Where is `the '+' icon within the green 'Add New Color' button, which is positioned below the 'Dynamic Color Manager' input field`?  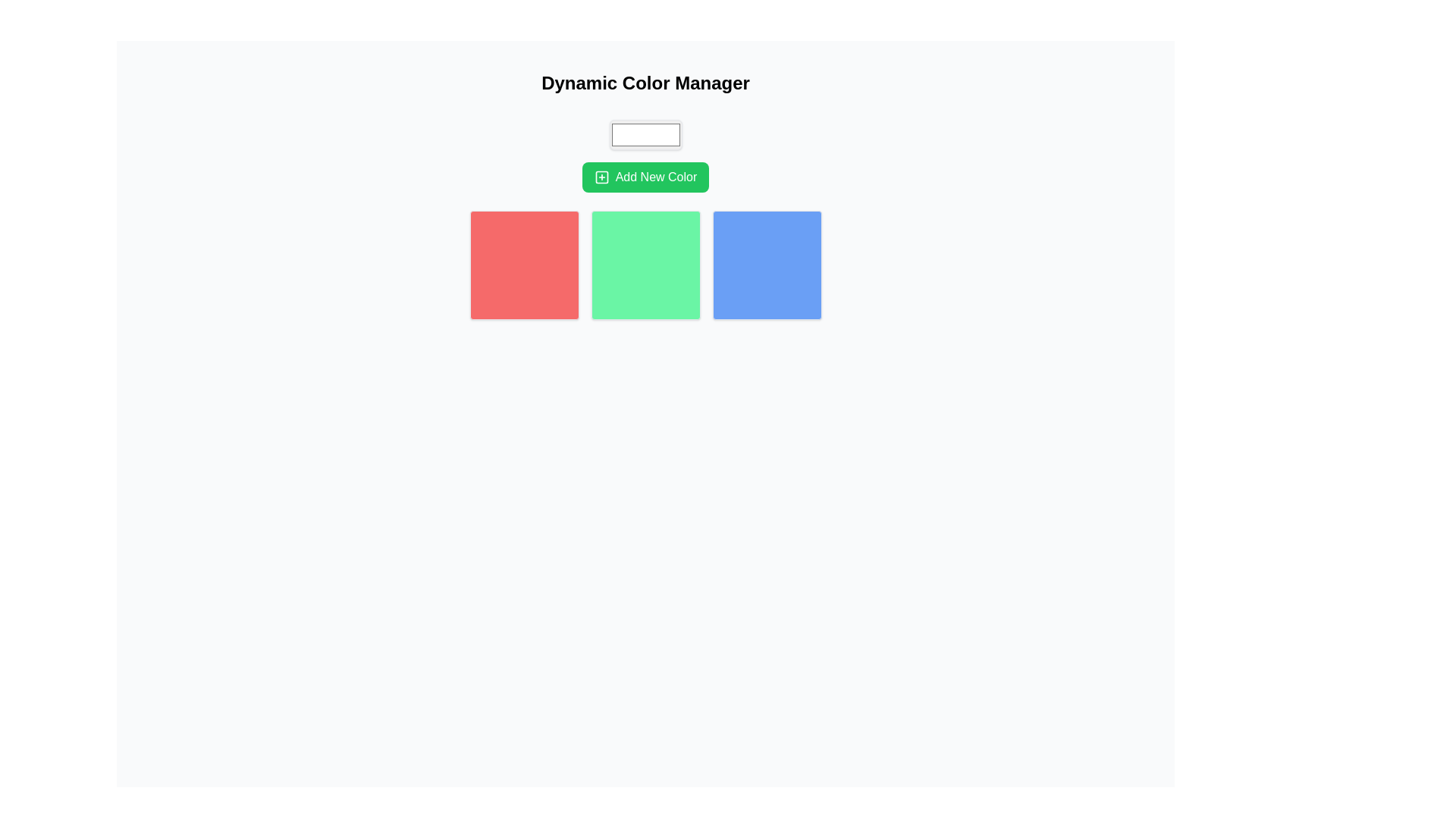
the '+' icon within the green 'Add New Color' button, which is positioned below the 'Dynamic Color Manager' input field is located at coordinates (601, 177).